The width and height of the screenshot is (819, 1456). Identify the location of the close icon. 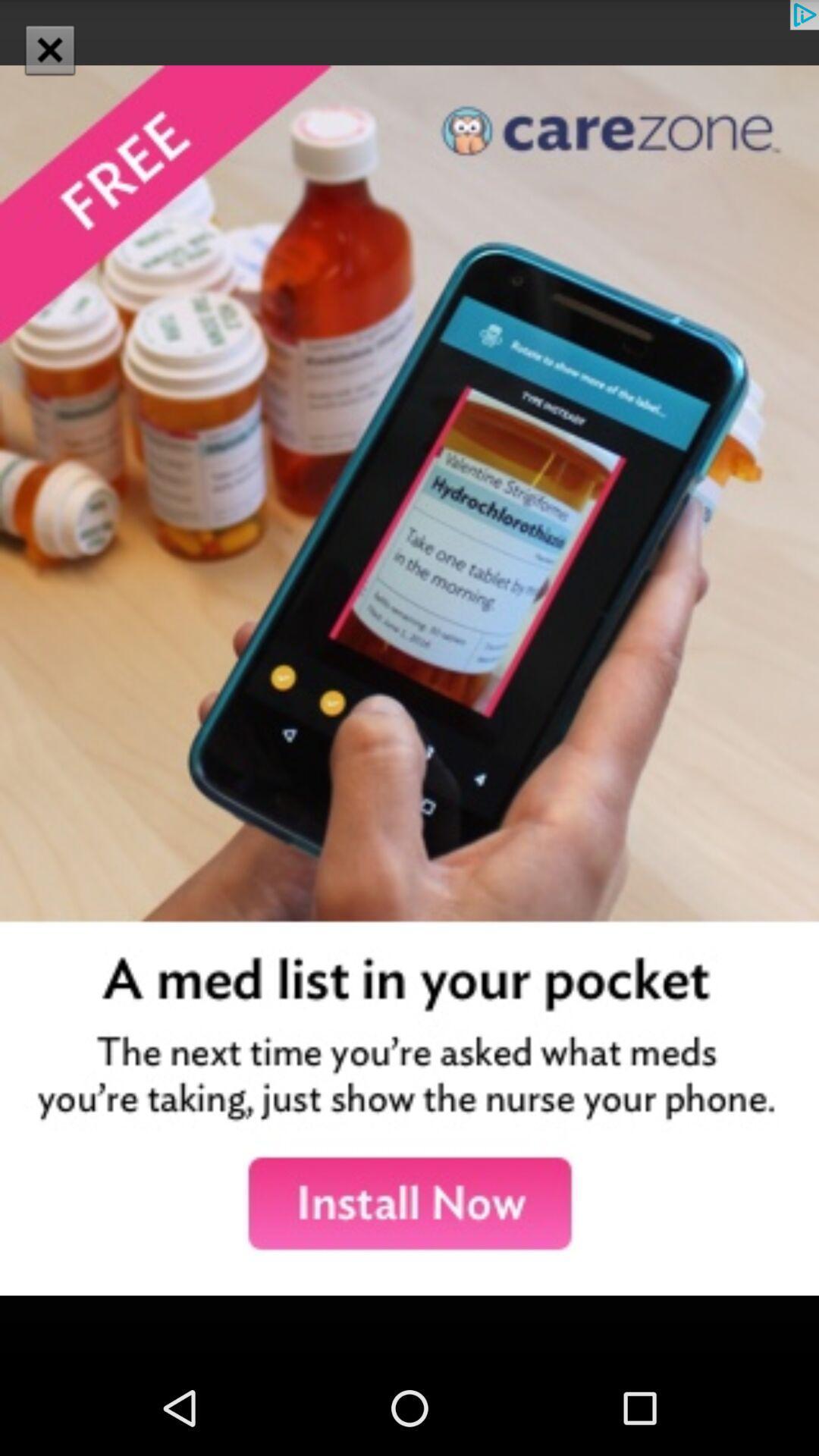
(49, 53).